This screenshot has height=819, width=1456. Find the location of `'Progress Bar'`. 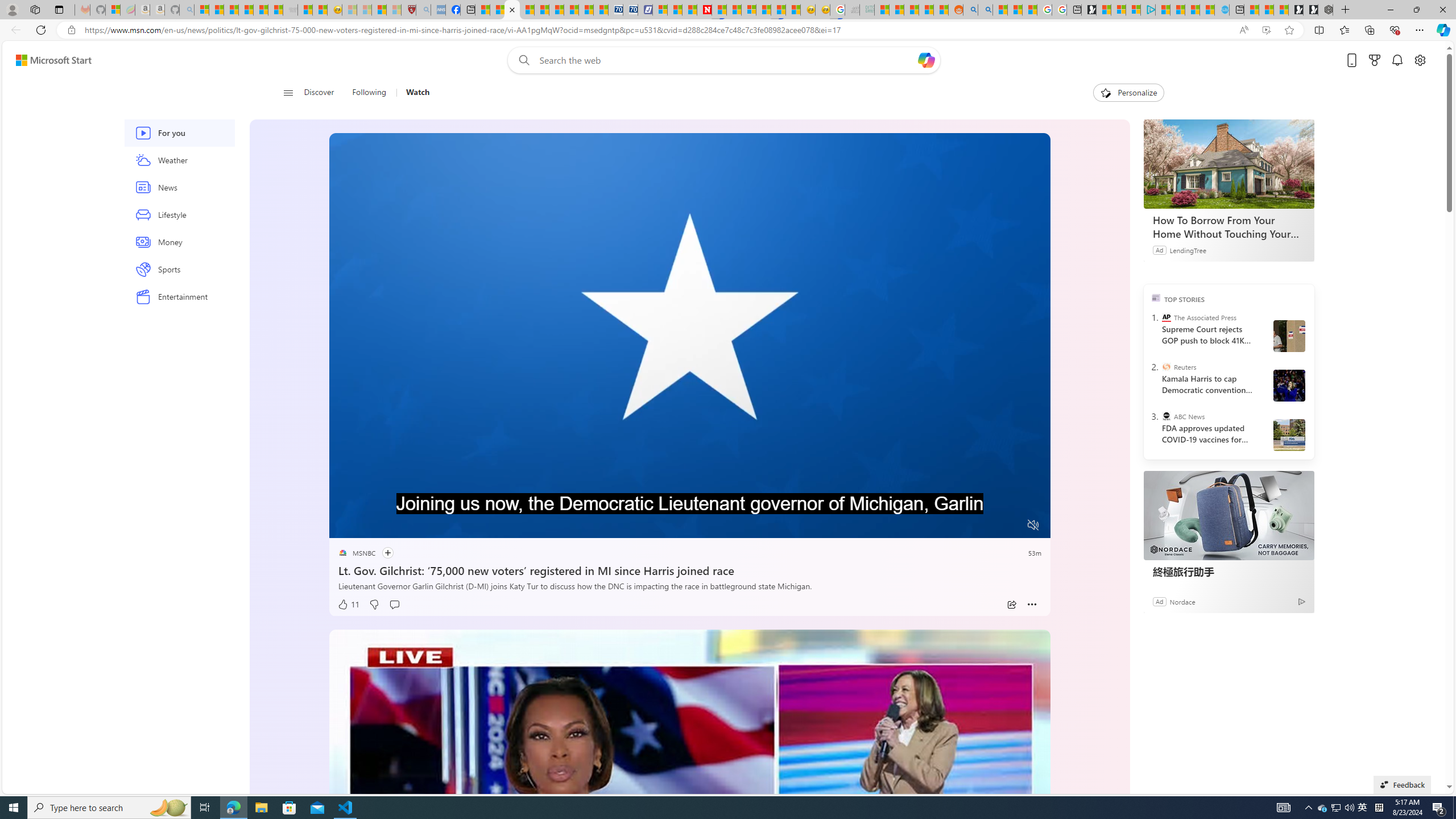

'Progress Bar' is located at coordinates (689, 510).